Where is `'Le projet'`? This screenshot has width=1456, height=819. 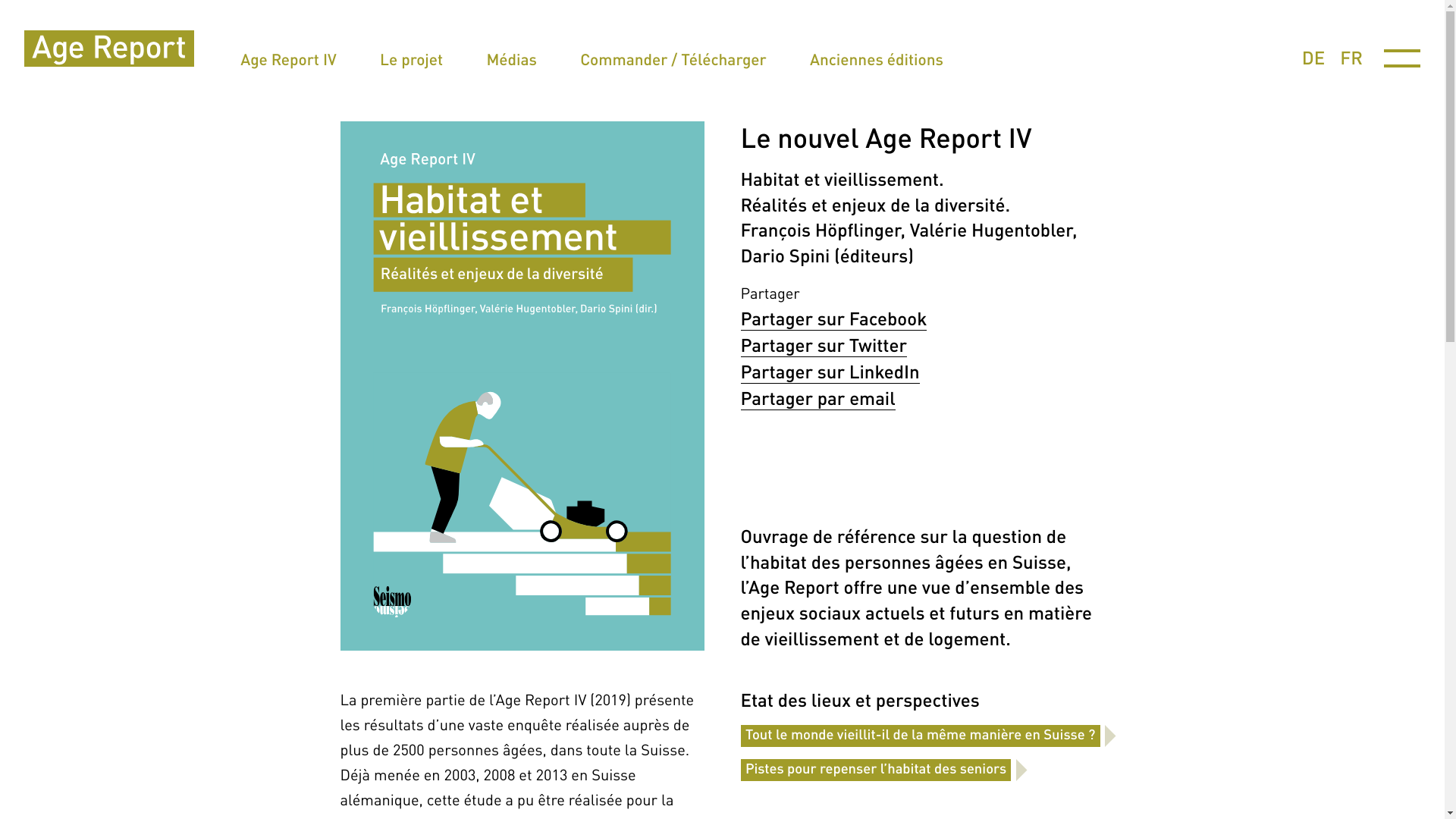
'Le projet' is located at coordinates (411, 58).